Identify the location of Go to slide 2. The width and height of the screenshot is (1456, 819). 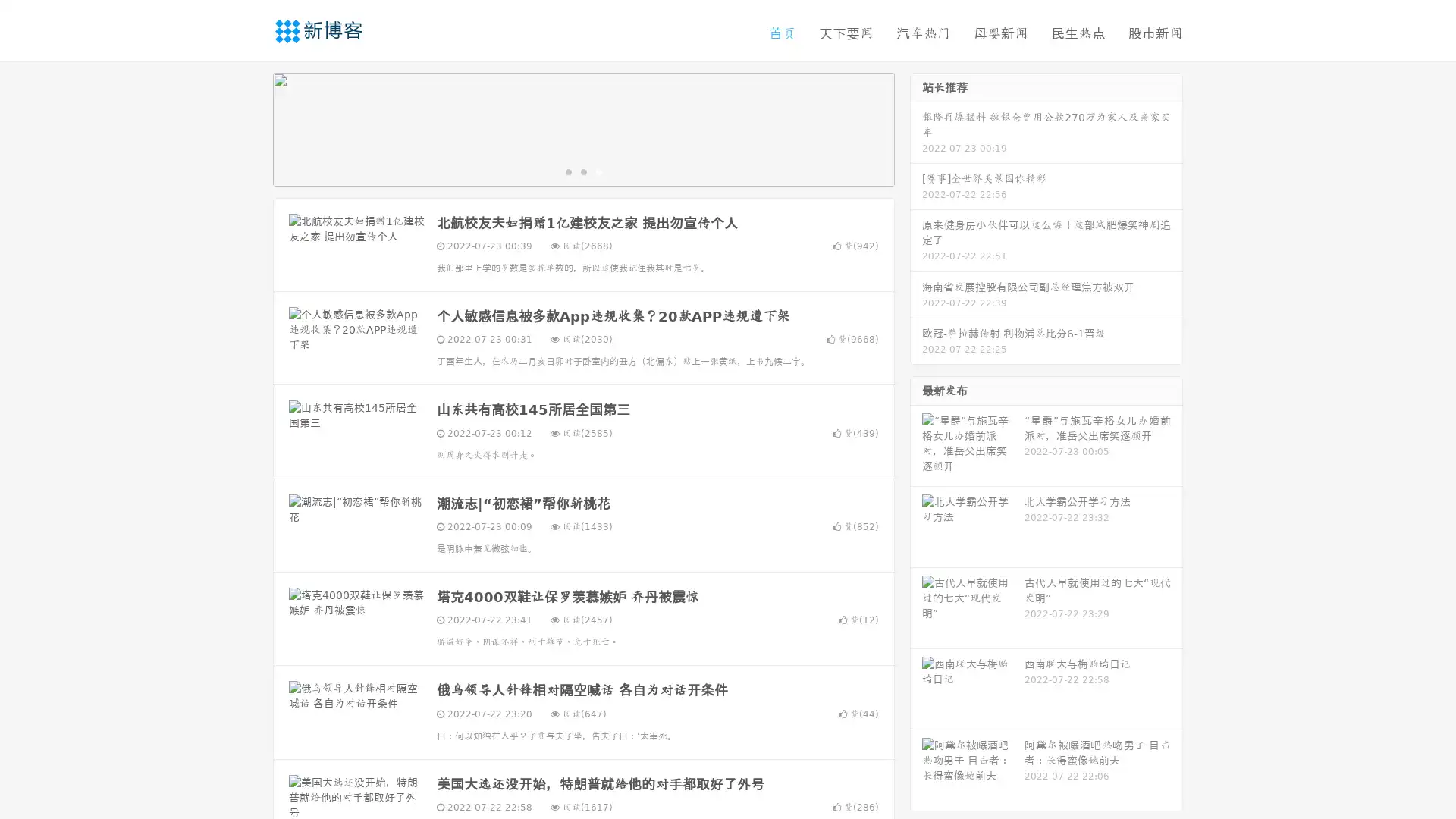
(582, 171).